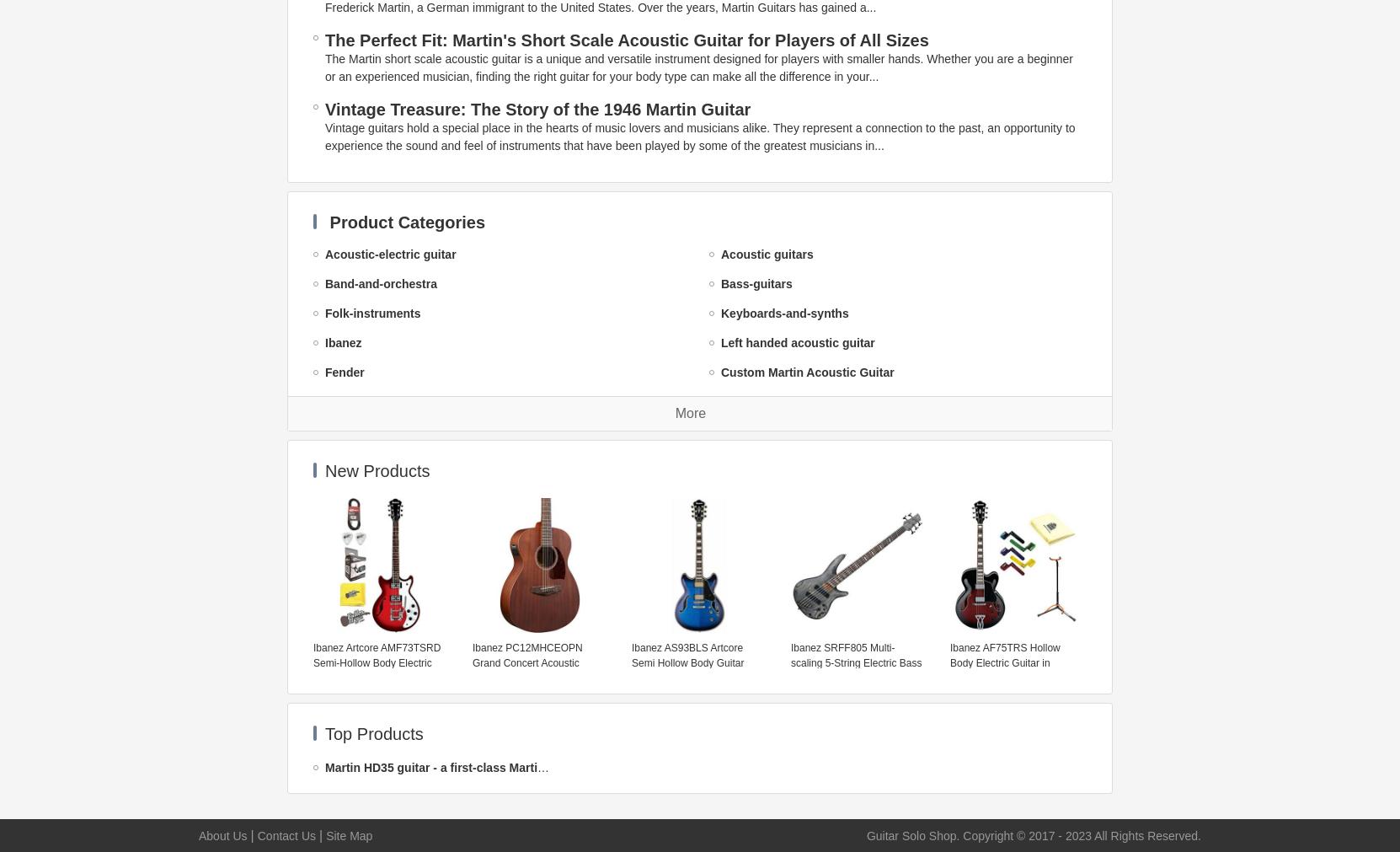 The width and height of the screenshot is (1400, 852). I want to click on 'Godin Guitar', so click(324, 520).